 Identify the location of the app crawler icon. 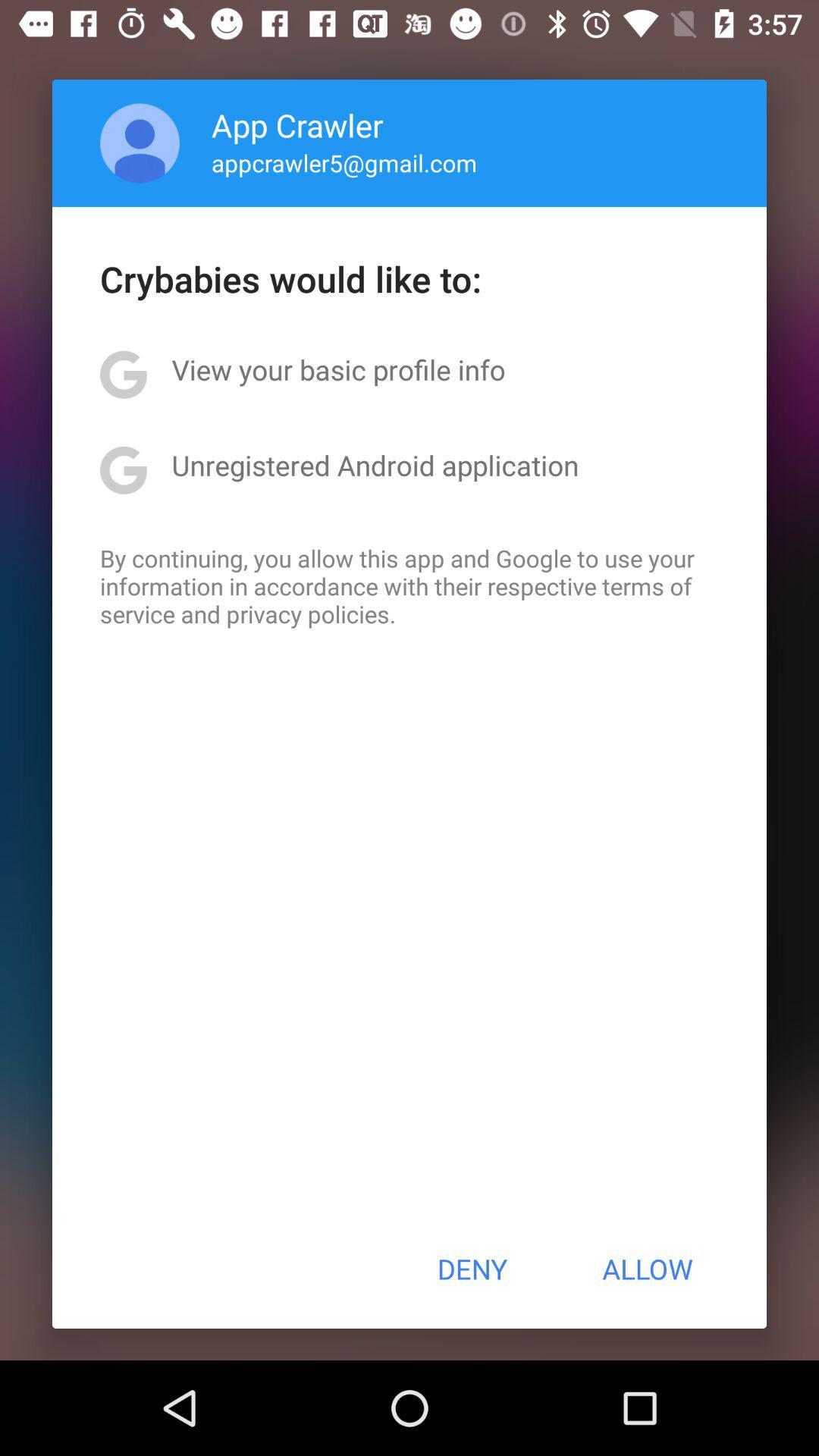
(297, 124).